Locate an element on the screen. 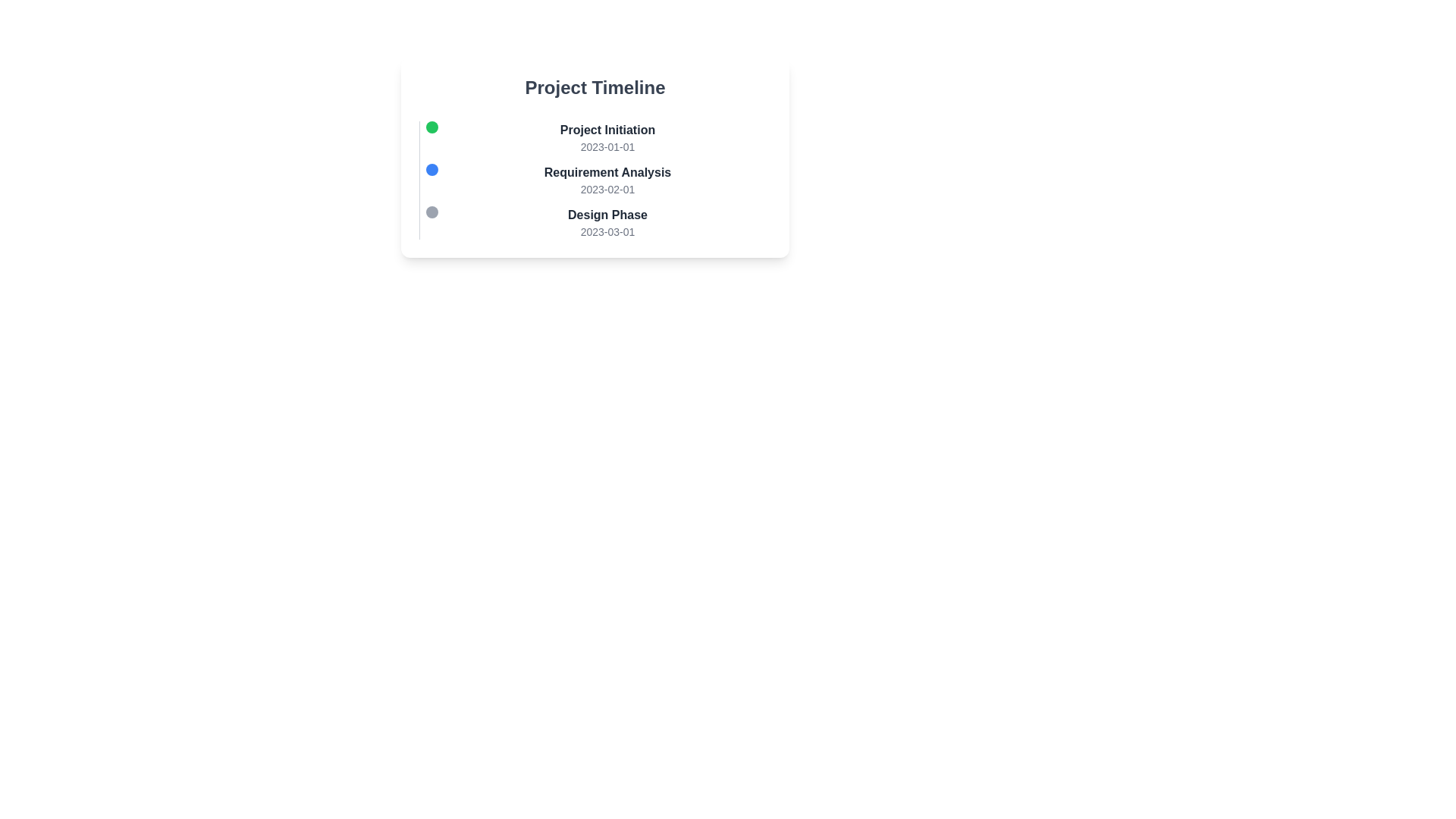 Image resolution: width=1456 pixels, height=819 pixels. the small circular blue dot located slightly to the left of the text 'Requirement Analysis' and its associated date '2023-02-01'. This blue dot is the second in a vertical sequence of circular indicators, positioned between a green dot above and a gray dot below is located at coordinates (431, 169).